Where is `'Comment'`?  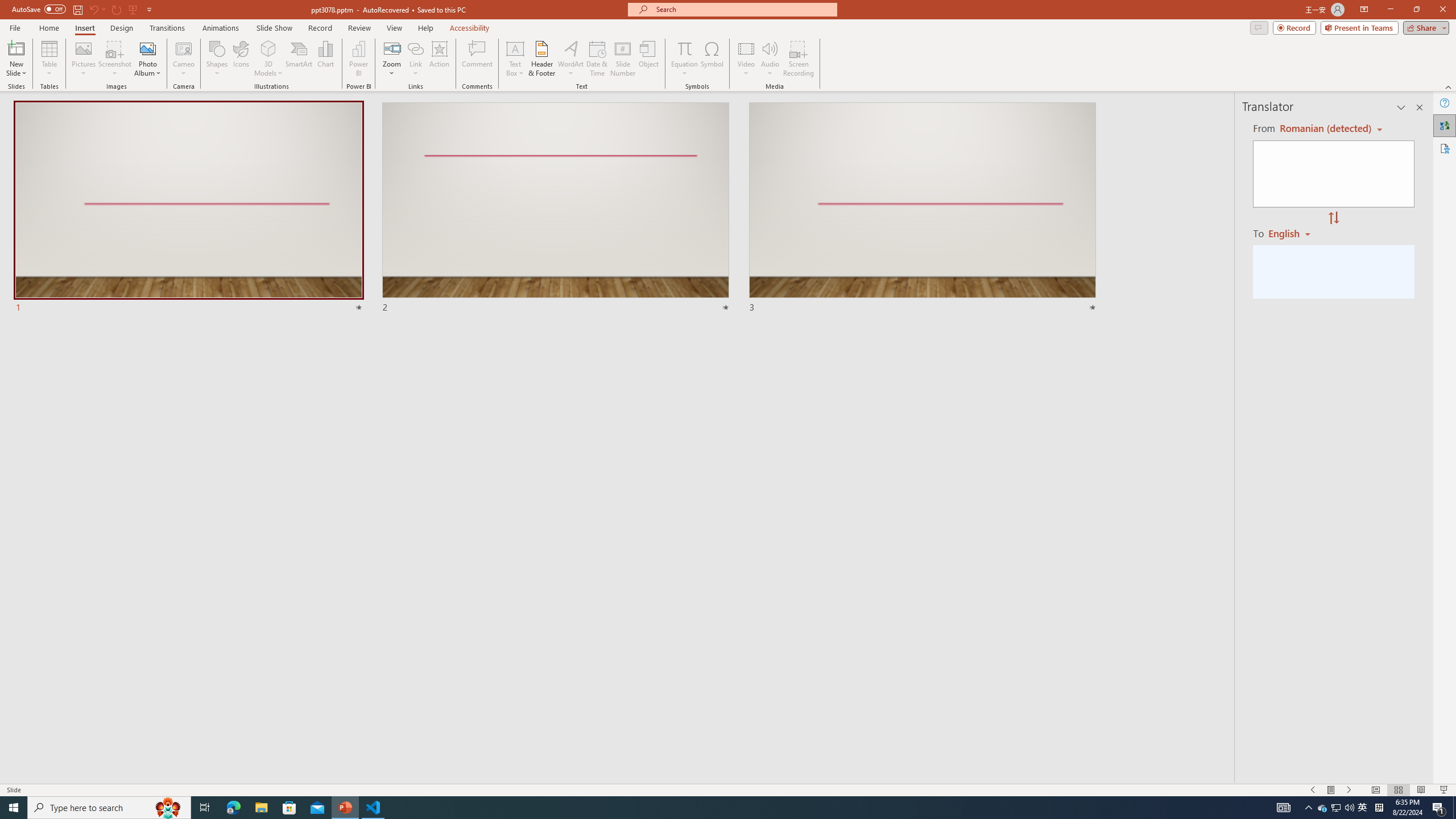
'Comment' is located at coordinates (476, 59).